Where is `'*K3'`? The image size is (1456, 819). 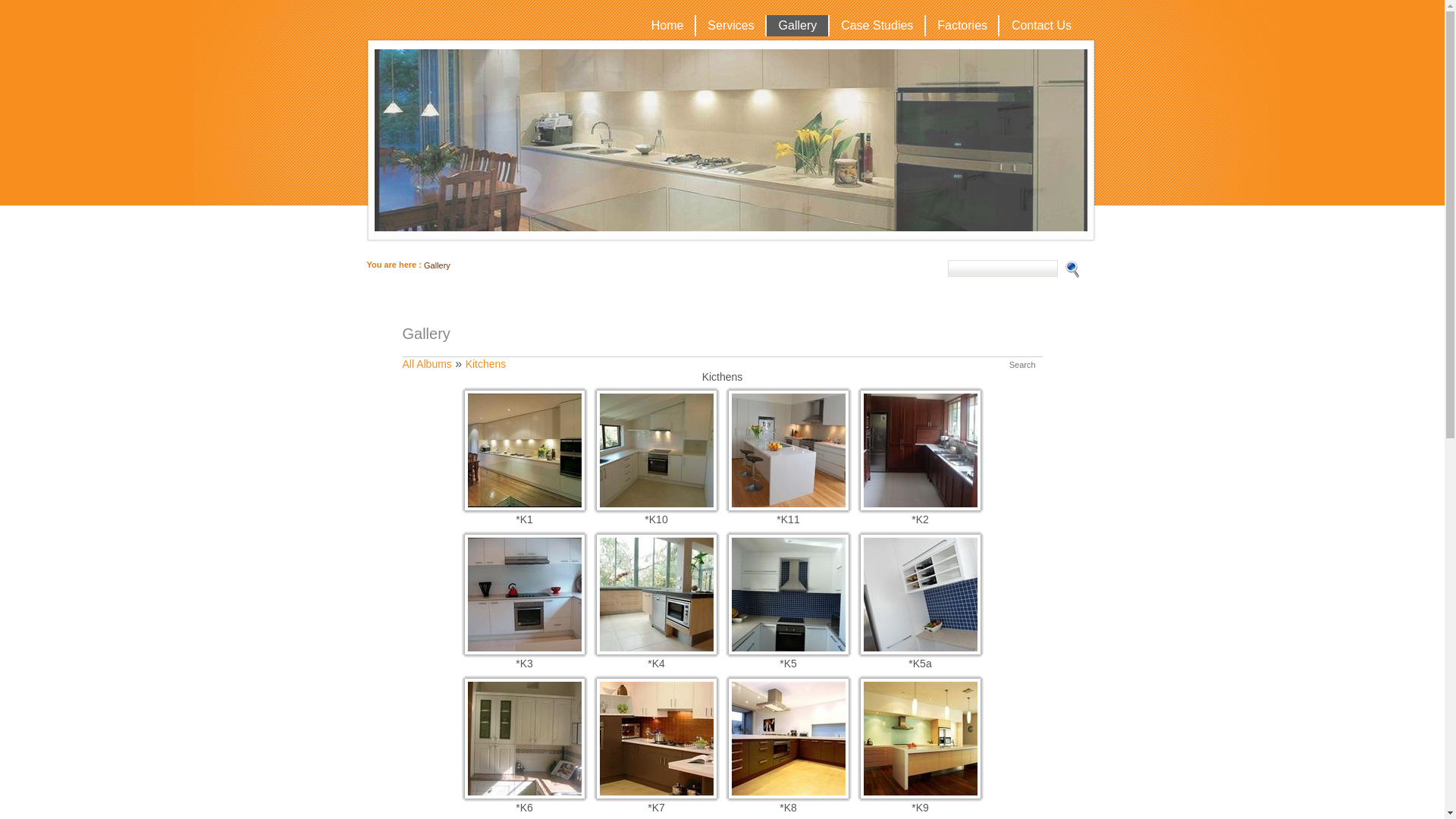
'*K3' is located at coordinates (524, 649).